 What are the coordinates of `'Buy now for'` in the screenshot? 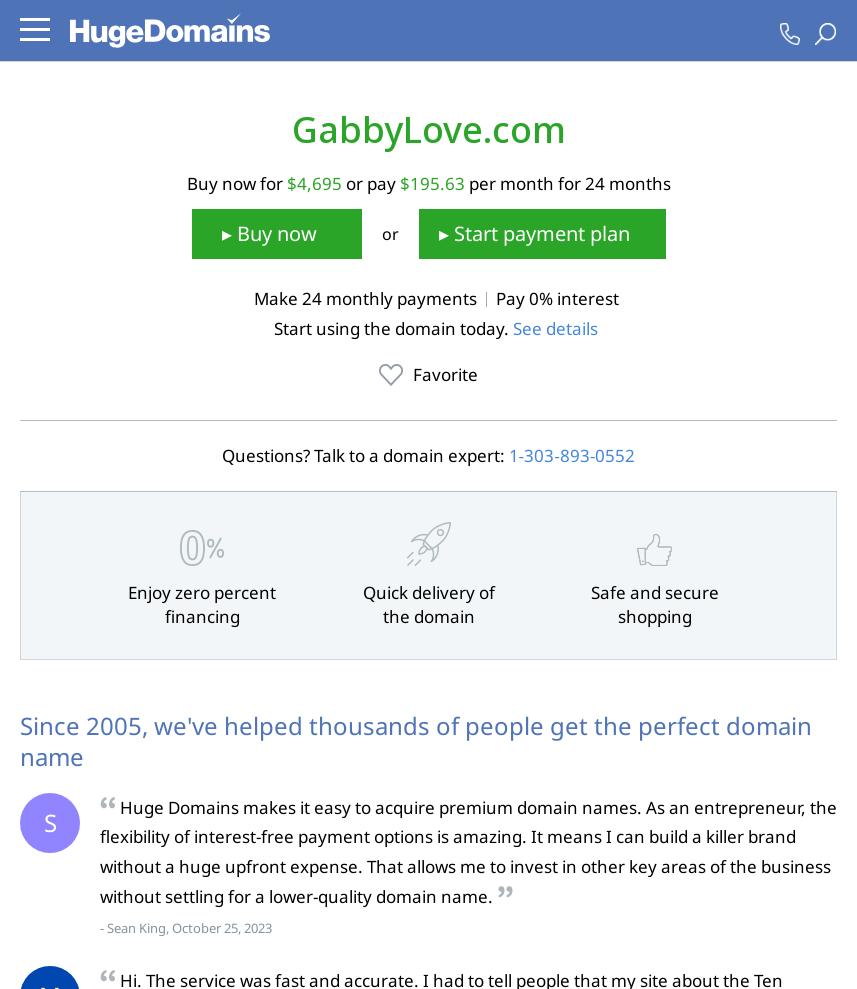 It's located at (236, 182).